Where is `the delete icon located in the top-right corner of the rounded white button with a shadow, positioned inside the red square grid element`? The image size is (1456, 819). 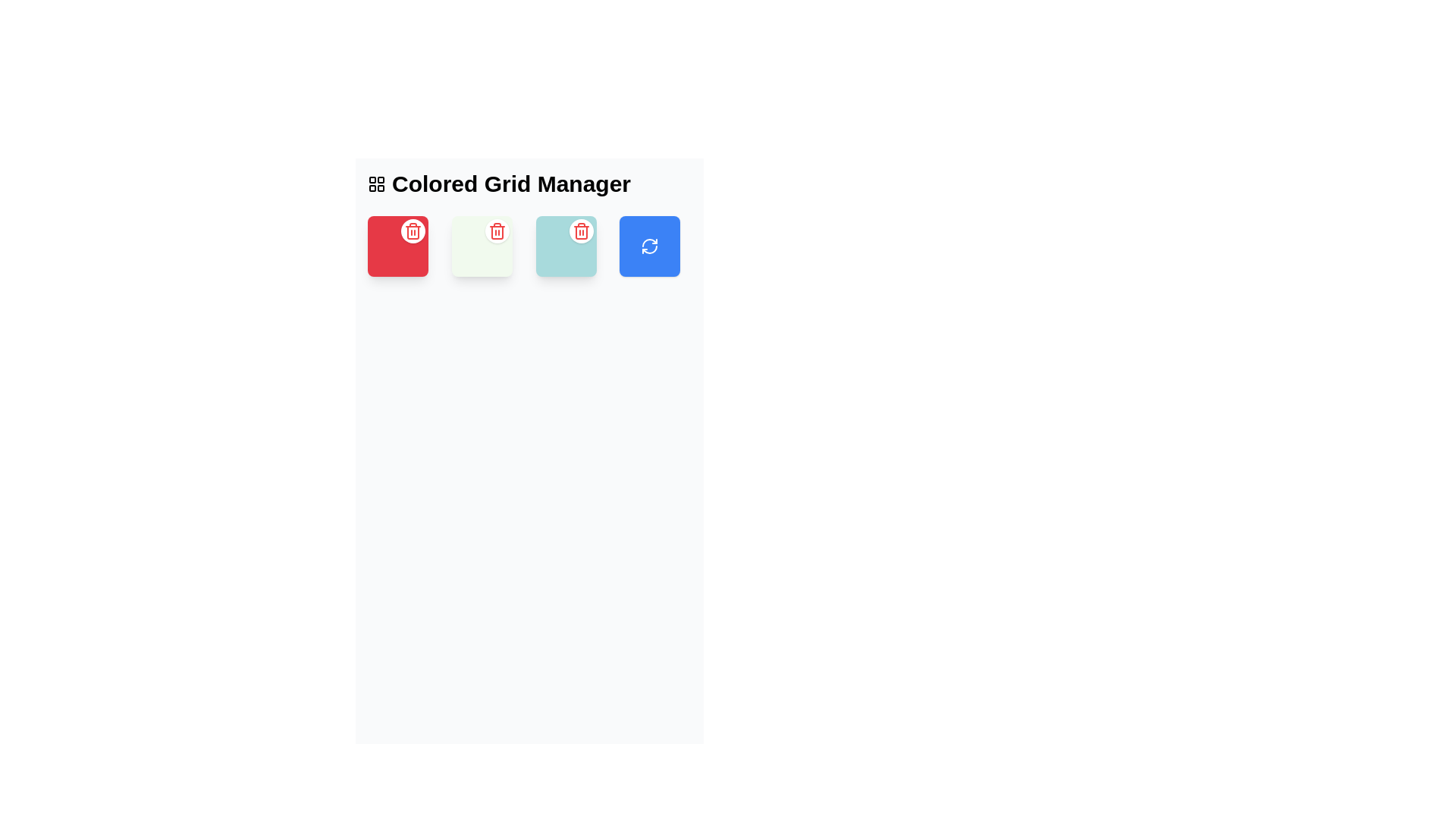
the delete icon located in the top-right corner of the rounded white button with a shadow, positioned inside the red square grid element is located at coordinates (497, 231).